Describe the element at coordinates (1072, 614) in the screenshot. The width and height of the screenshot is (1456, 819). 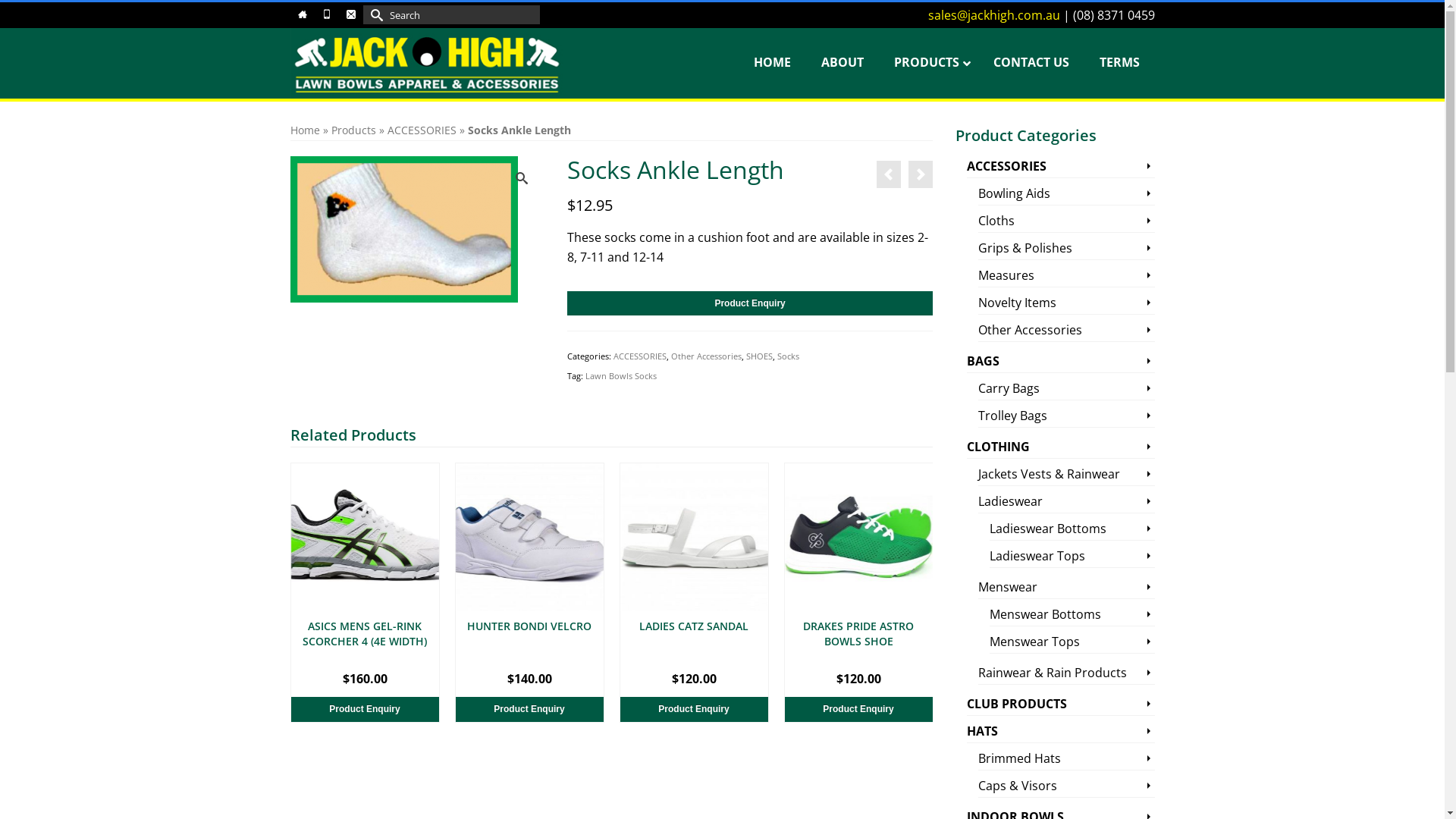
I see `'Menswear Bottoms'` at that location.